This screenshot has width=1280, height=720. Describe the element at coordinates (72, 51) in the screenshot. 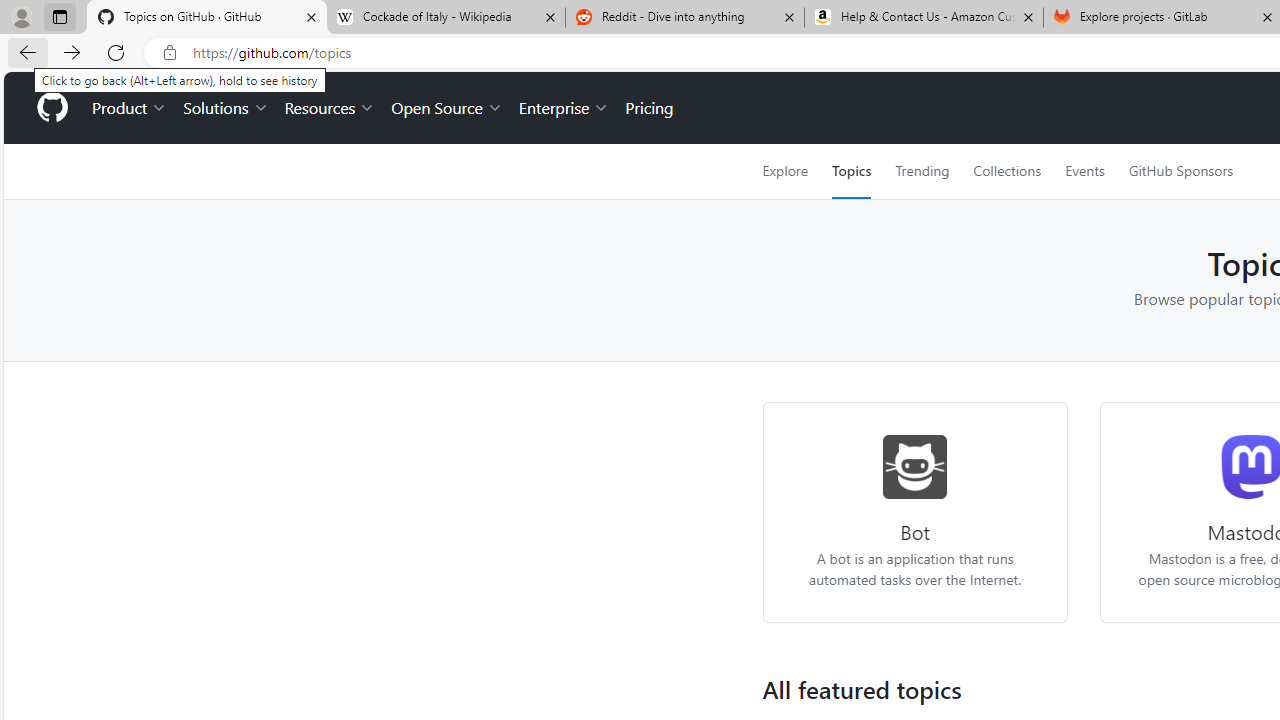

I see `'Forward'` at that location.